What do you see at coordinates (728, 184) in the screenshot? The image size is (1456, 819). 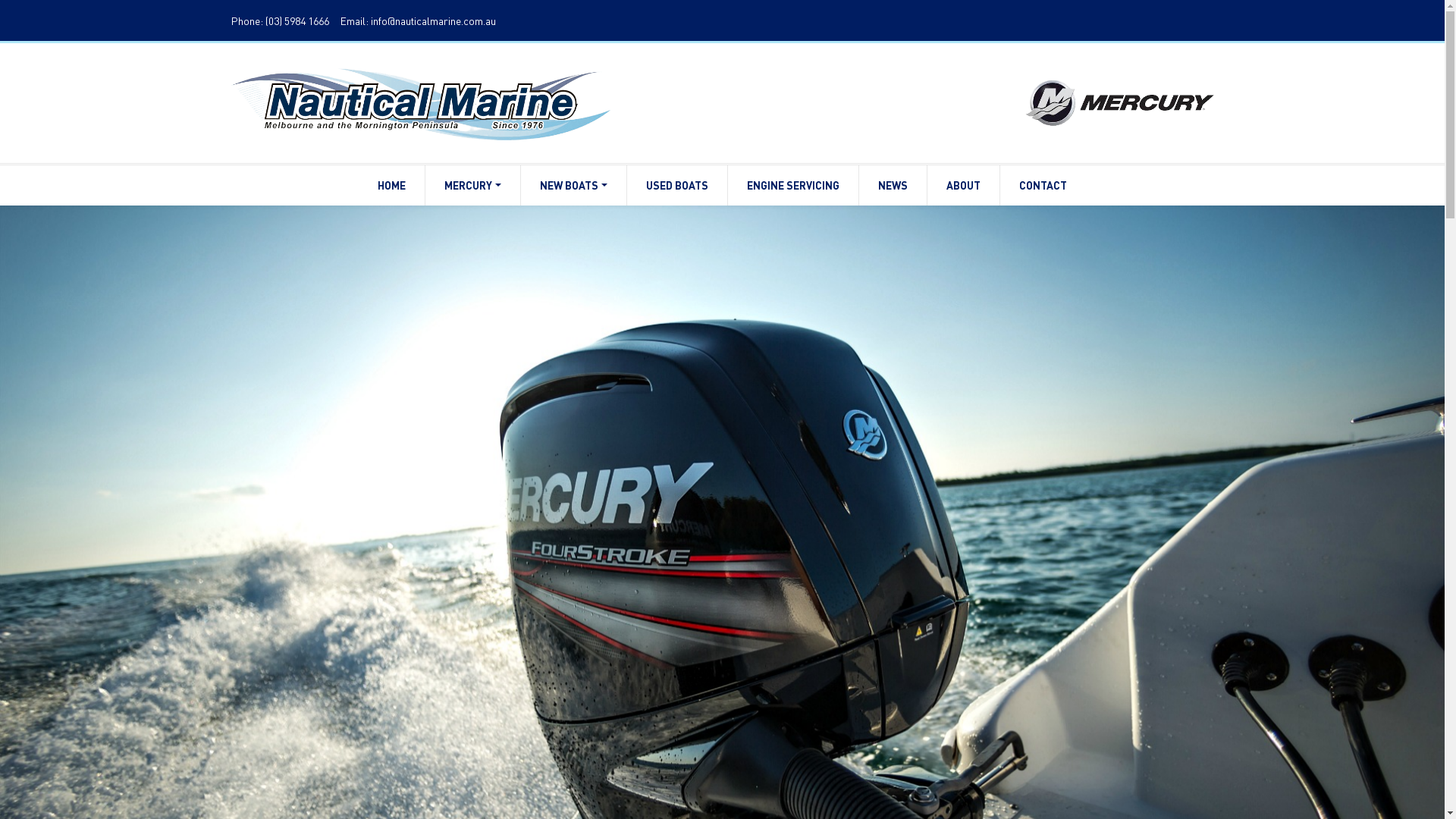 I see `'ENGINE SERVICING'` at bounding box center [728, 184].